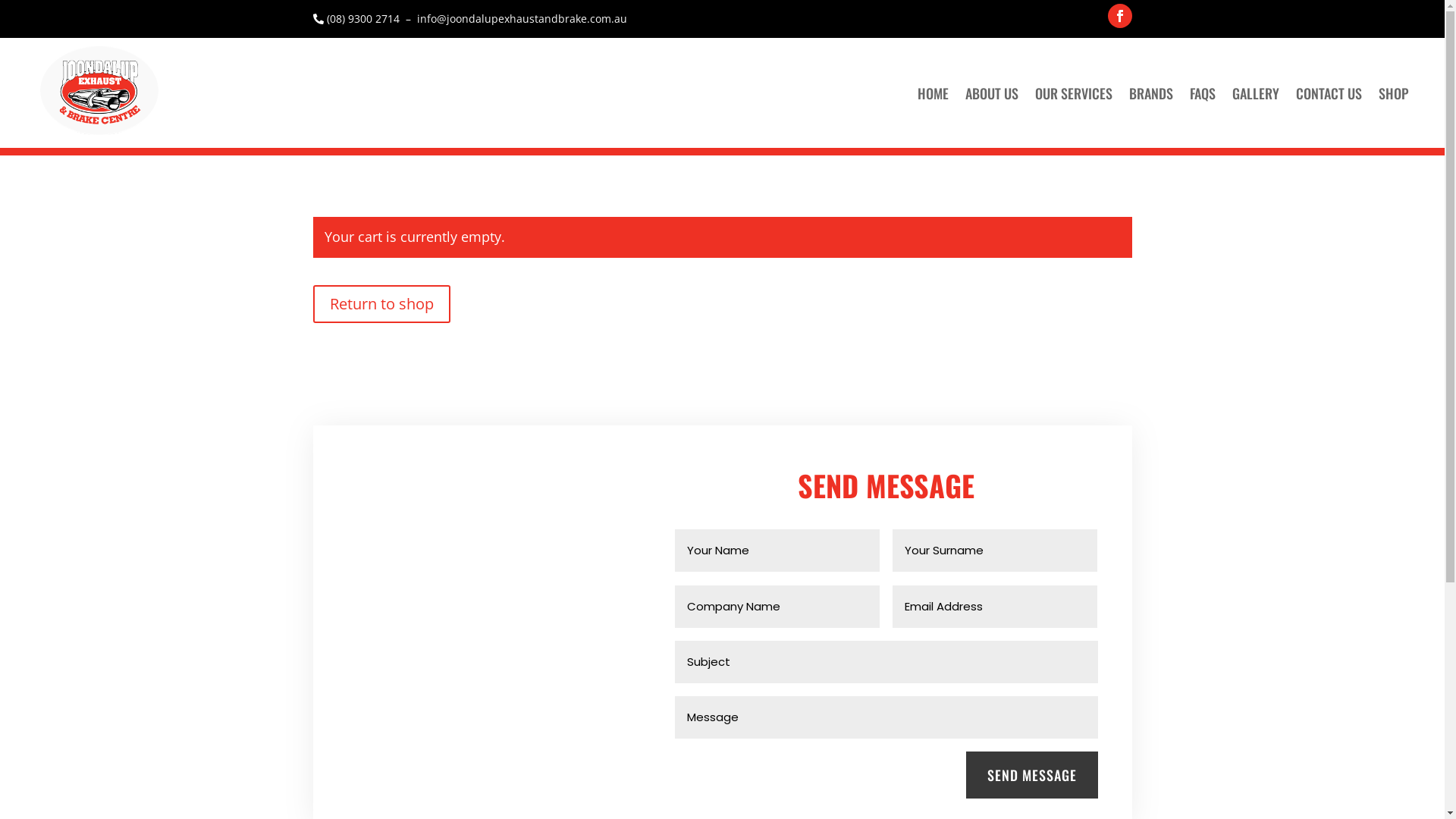 The image size is (1456, 819). Describe the element at coordinates (932, 93) in the screenshot. I see `'HOME'` at that location.